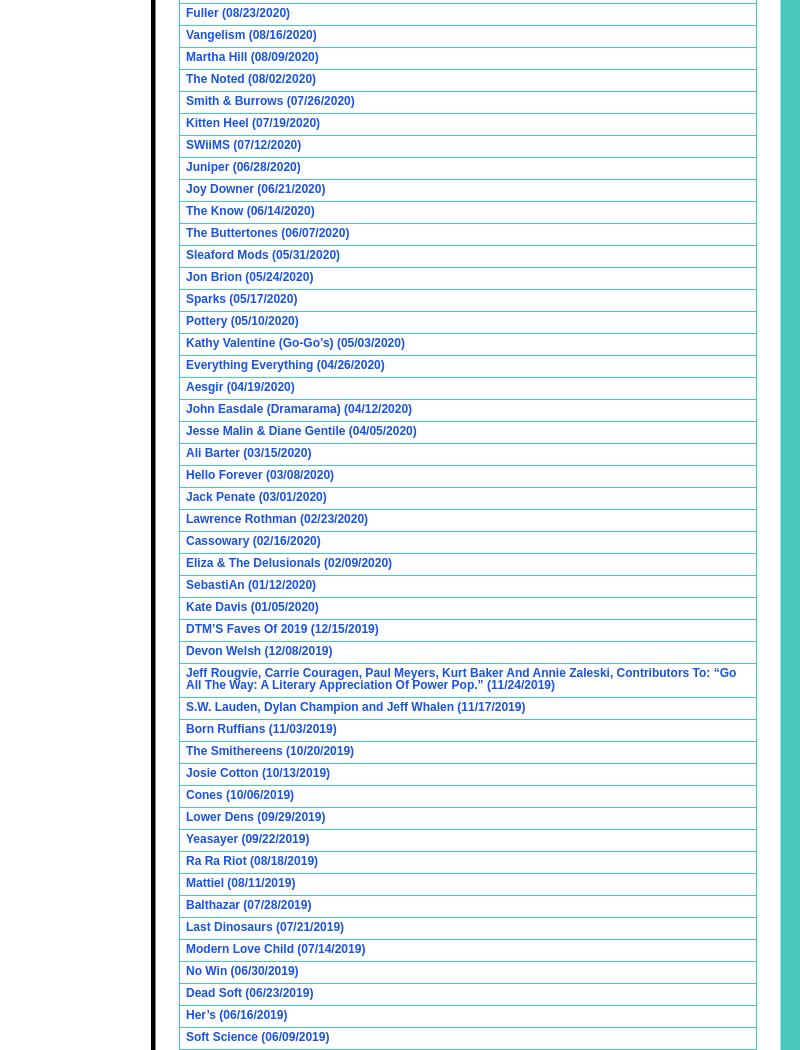 The image size is (800, 1050). Describe the element at coordinates (242, 166) in the screenshot. I see `'Juniper (06/28/2020)'` at that location.